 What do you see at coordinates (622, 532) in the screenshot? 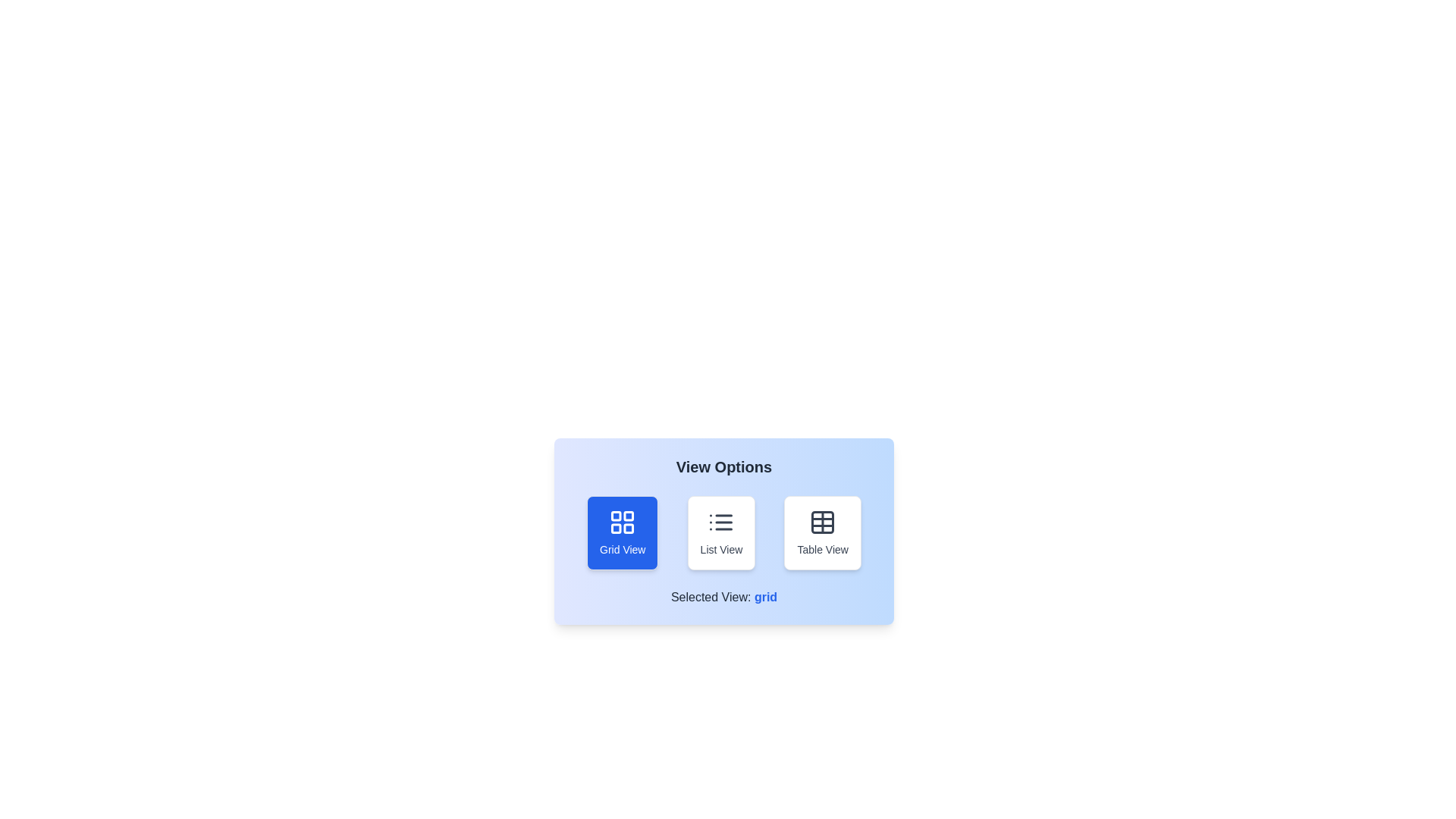
I see `the button corresponding to the view type 'Grid View' to select it` at bounding box center [622, 532].